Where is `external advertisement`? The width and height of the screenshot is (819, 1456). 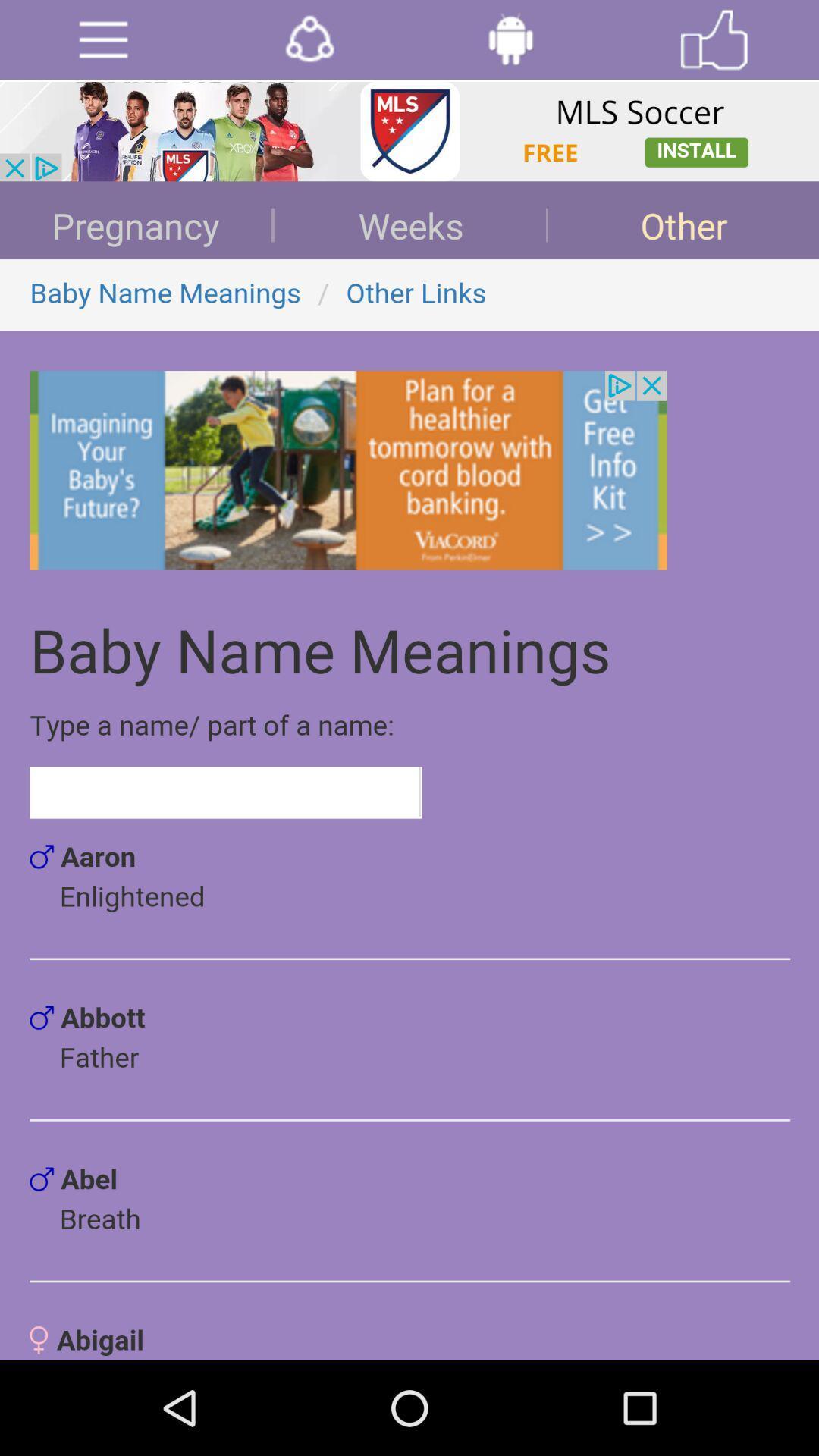
external advertisement is located at coordinates (409, 131).